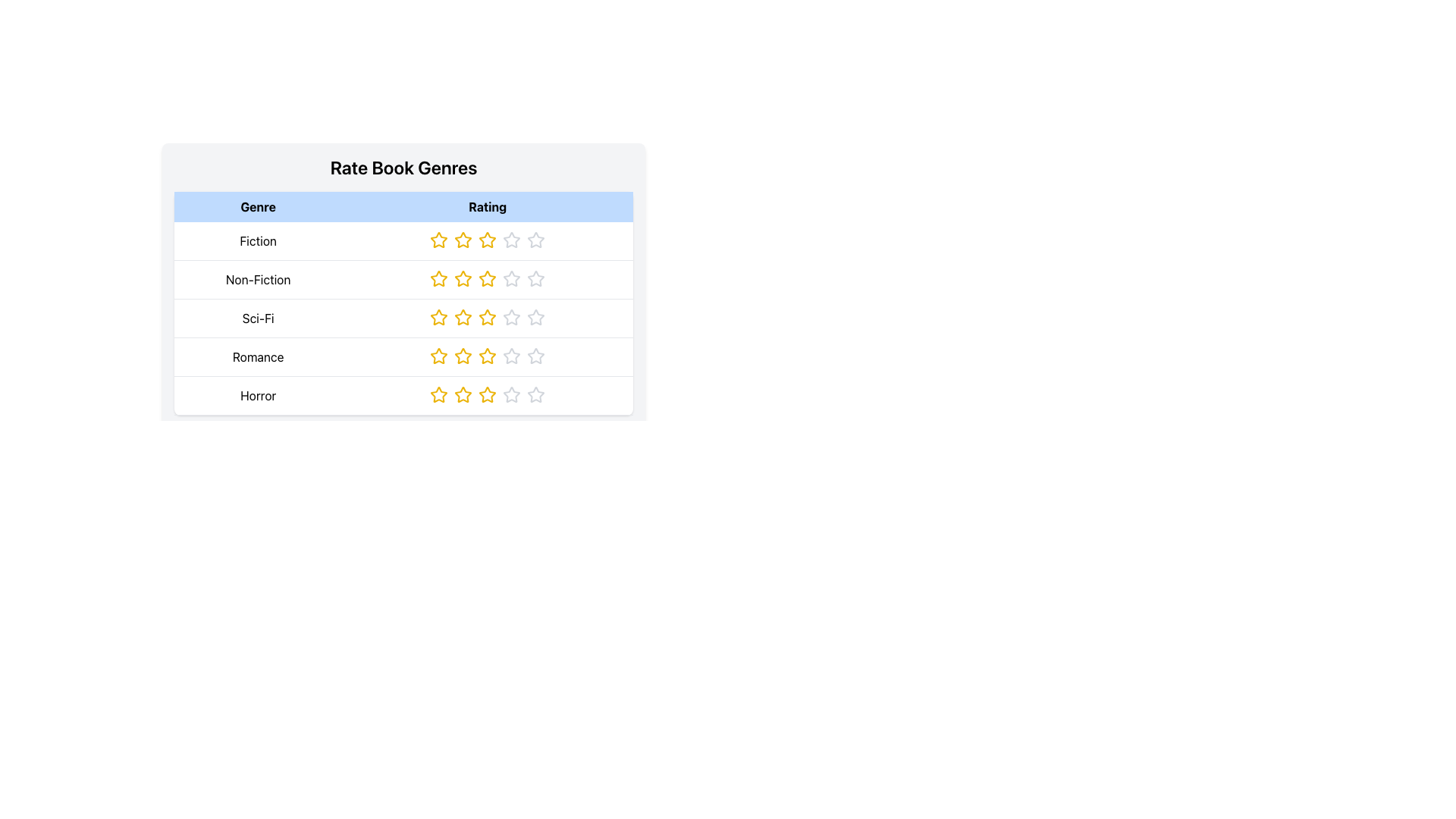 Image resolution: width=1456 pixels, height=819 pixels. What do you see at coordinates (488, 394) in the screenshot?
I see `the second star in the rating row for the 'Horror' genre` at bounding box center [488, 394].